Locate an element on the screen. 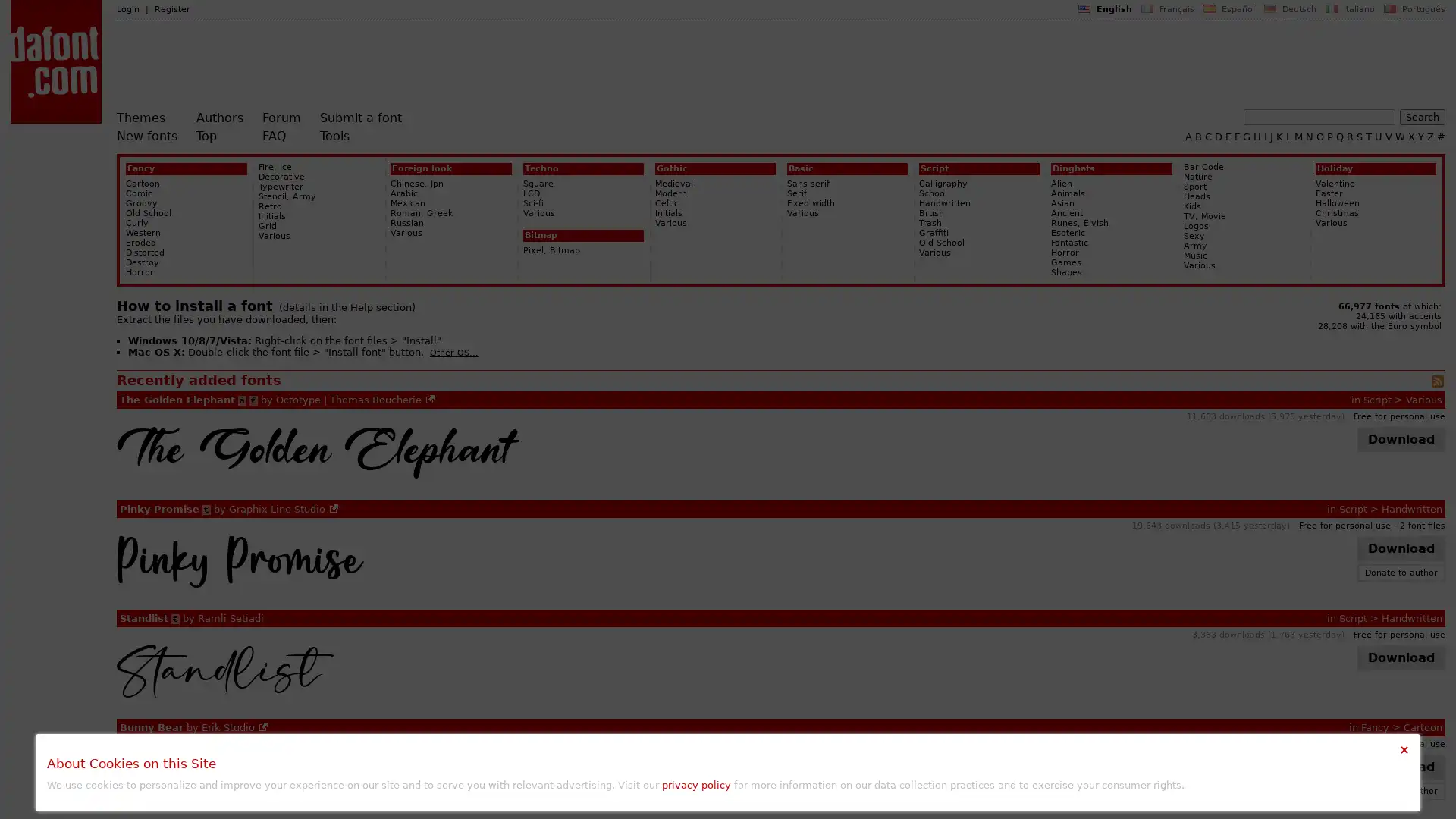 Image resolution: width=1456 pixels, height=819 pixels. Search is located at coordinates (1422, 116).